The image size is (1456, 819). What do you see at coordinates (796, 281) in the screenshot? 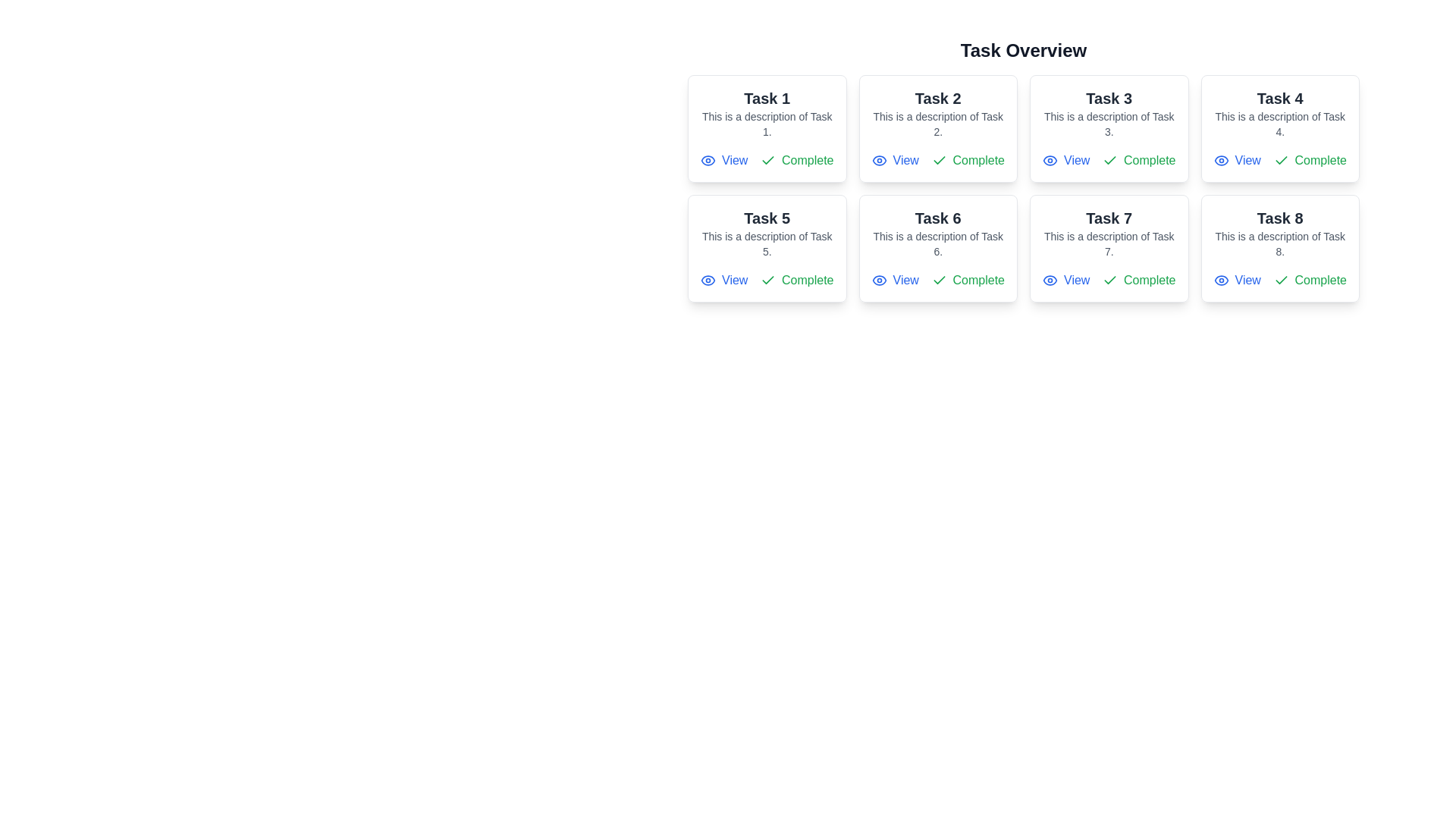
I see `the green 'Complete' label with a checkmark icon, located` at bounding box center [796, 281].